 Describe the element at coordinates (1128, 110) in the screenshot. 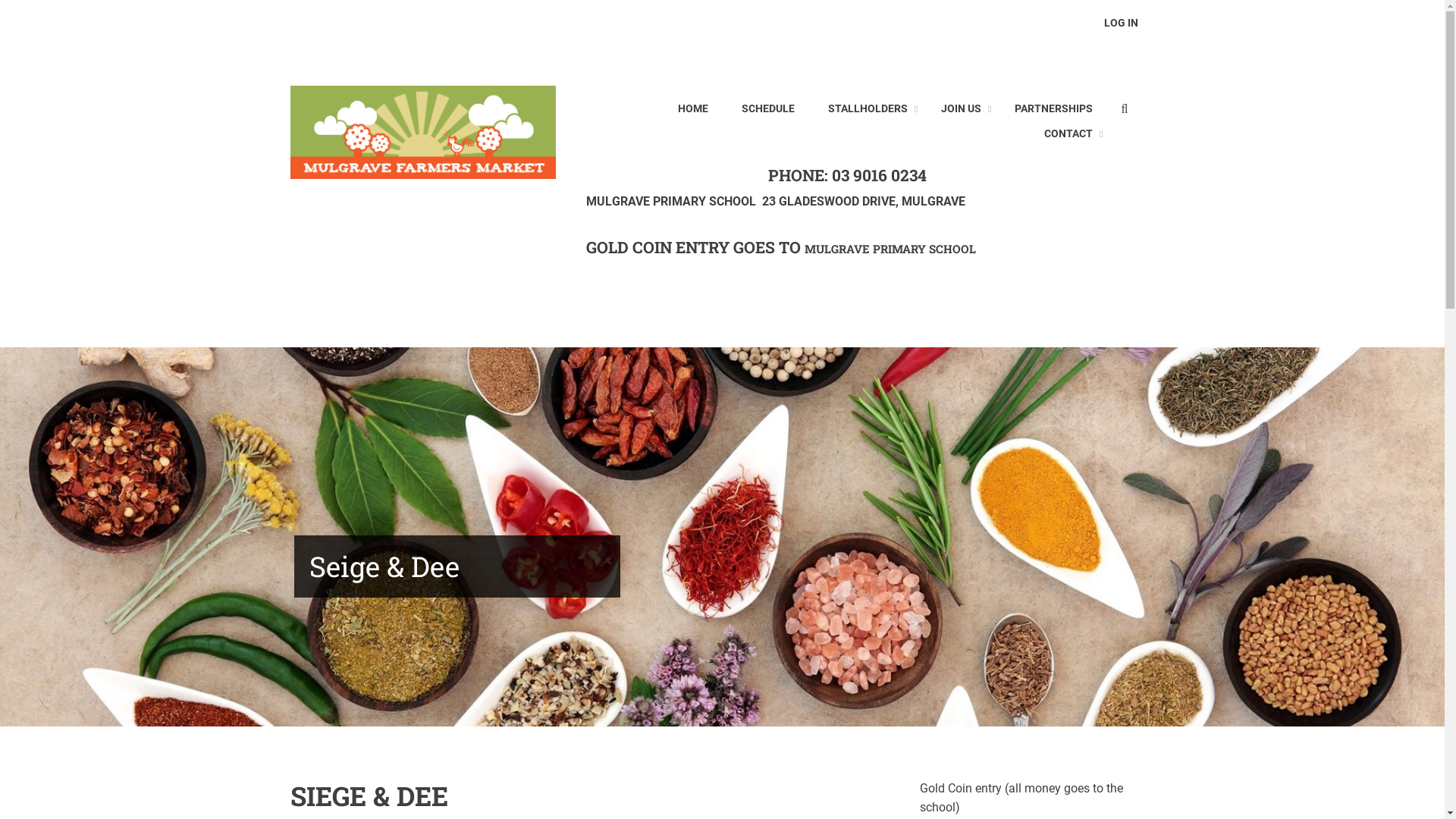

I see `'Search'` at that location.